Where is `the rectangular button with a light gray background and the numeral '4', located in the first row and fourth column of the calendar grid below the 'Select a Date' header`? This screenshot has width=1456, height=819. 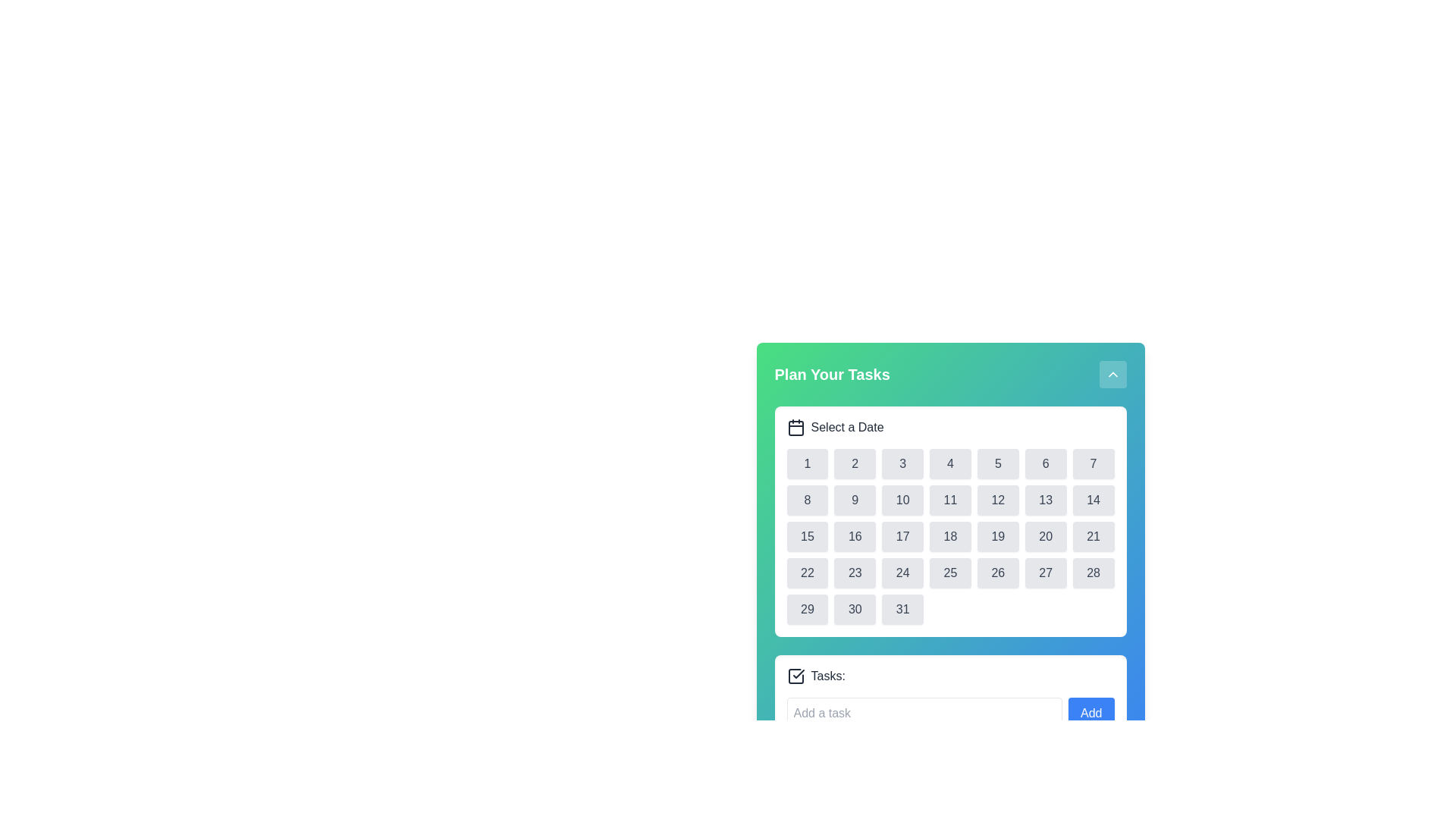
the rectangular button with a light gray background and the numeral '4', located in the first row and fourth column of the calendar grid below the 'Select a Date' header is located at coordinates (949, 463).